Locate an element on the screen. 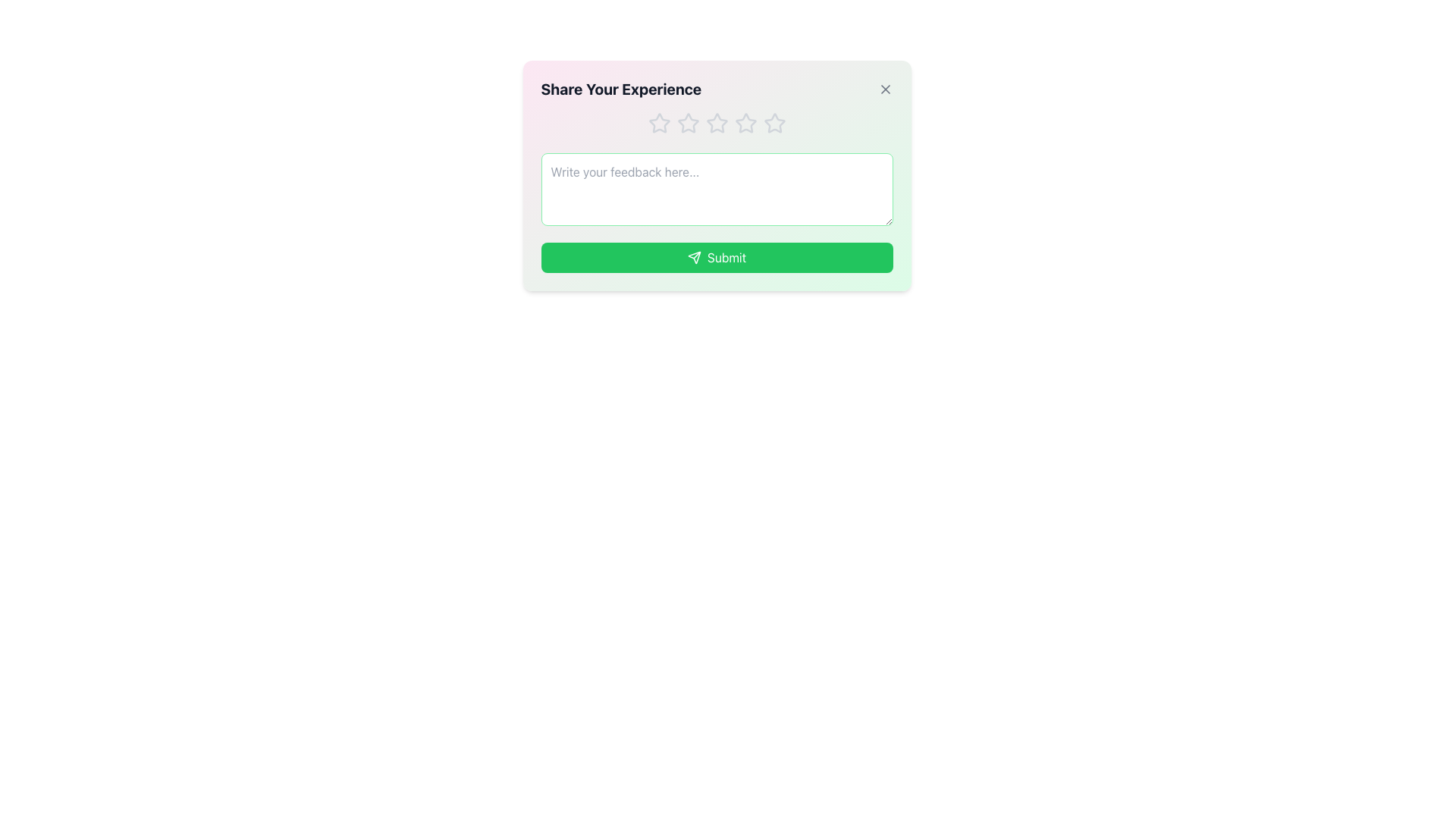  the triangular arrow SVG icon located at the center of the green 'Submit' button is located at coordinates (693, 256).